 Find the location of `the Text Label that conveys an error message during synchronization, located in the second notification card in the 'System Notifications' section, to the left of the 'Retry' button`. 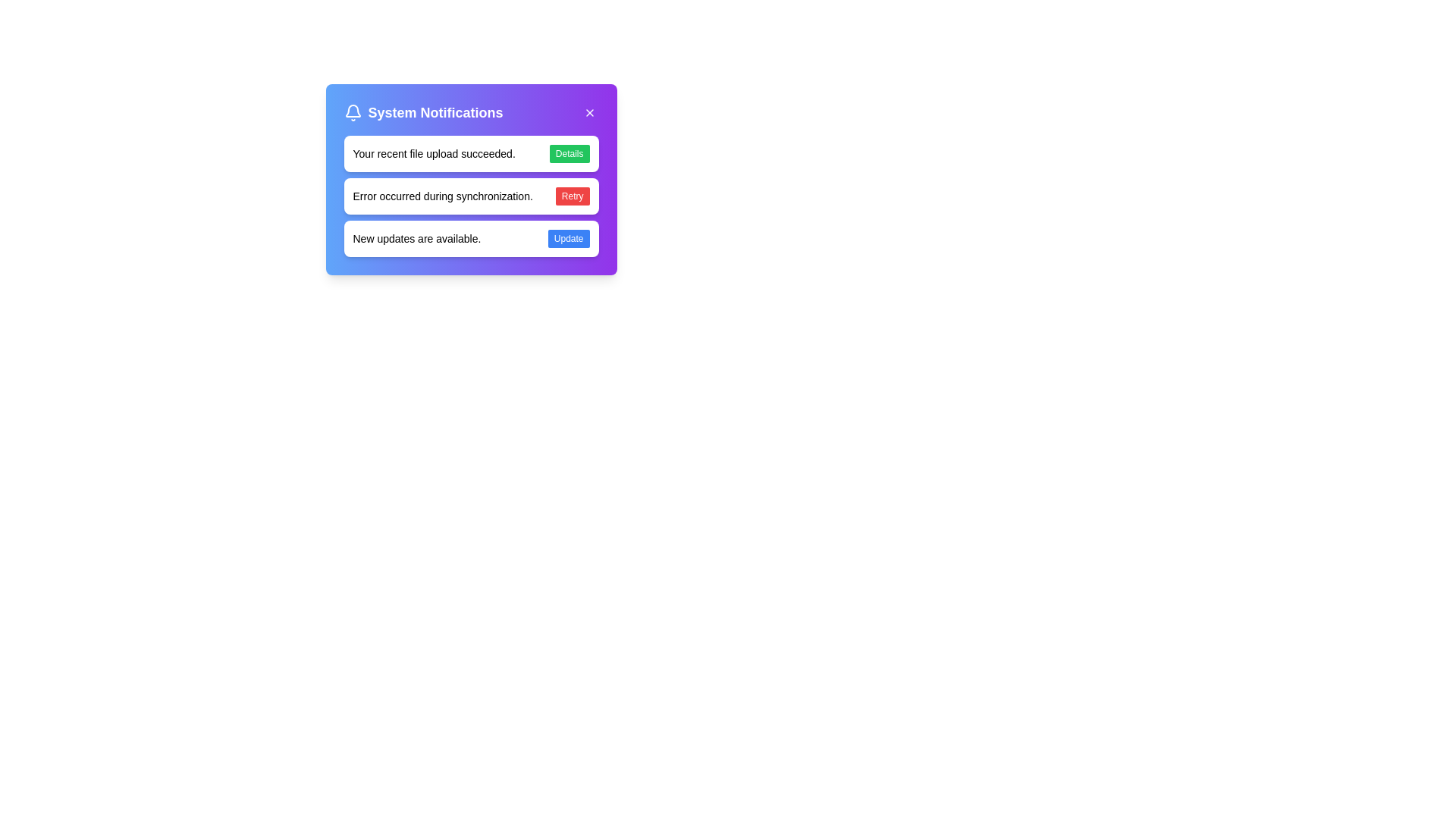

the Text Label that conveys an error message during synchronization, located in the second notification card in the 'System Notifications' section, to the left of the 'Retry' button is located at coordinates (442, 195).